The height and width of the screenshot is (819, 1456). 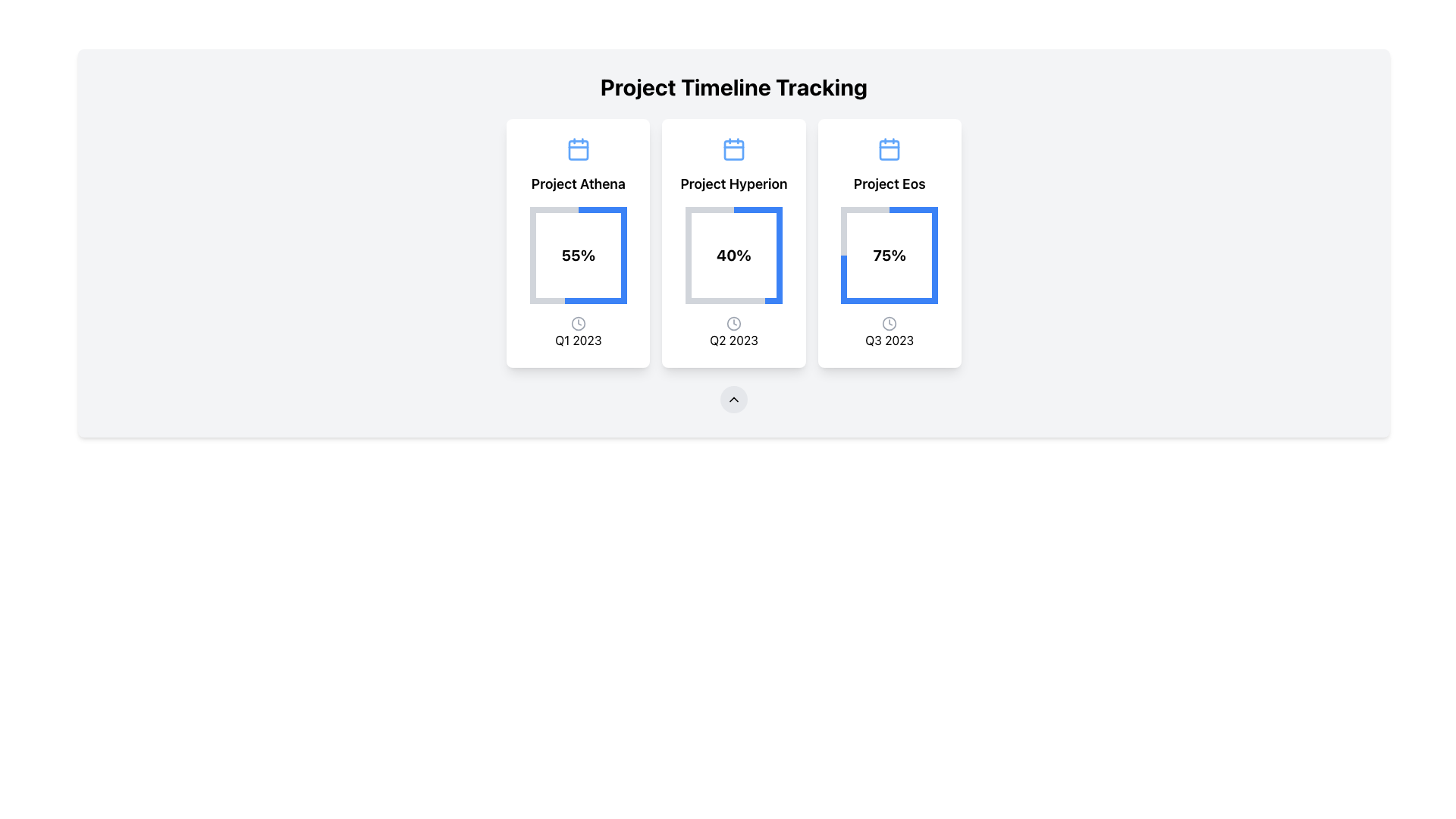 I want to click on the rectangular shape with rounded corners that serves as a decorative element within the calendar icon at the top-center of the 'Project Athena' card, so click(x=577, y=150).